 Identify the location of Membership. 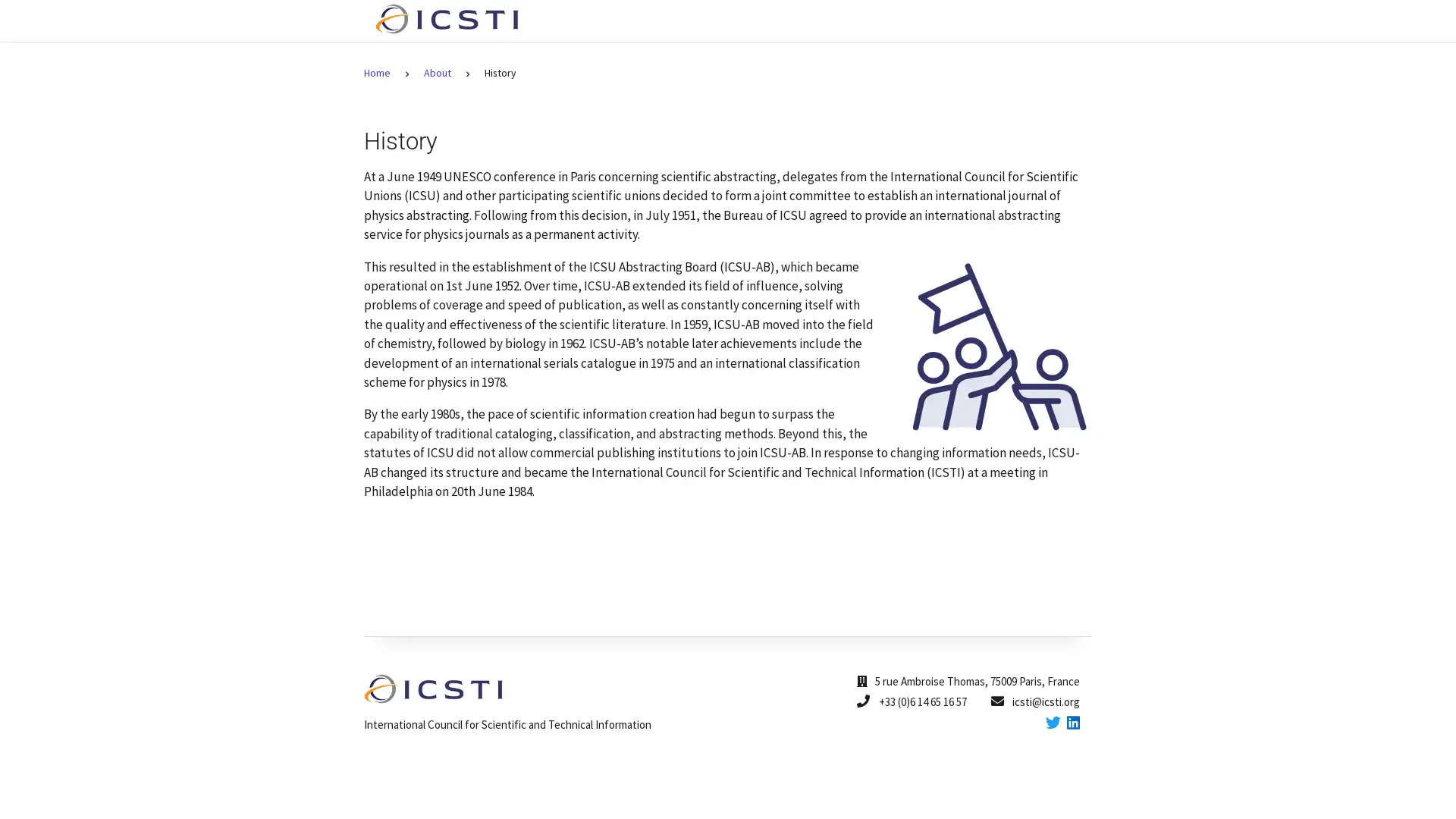
(991, 20).